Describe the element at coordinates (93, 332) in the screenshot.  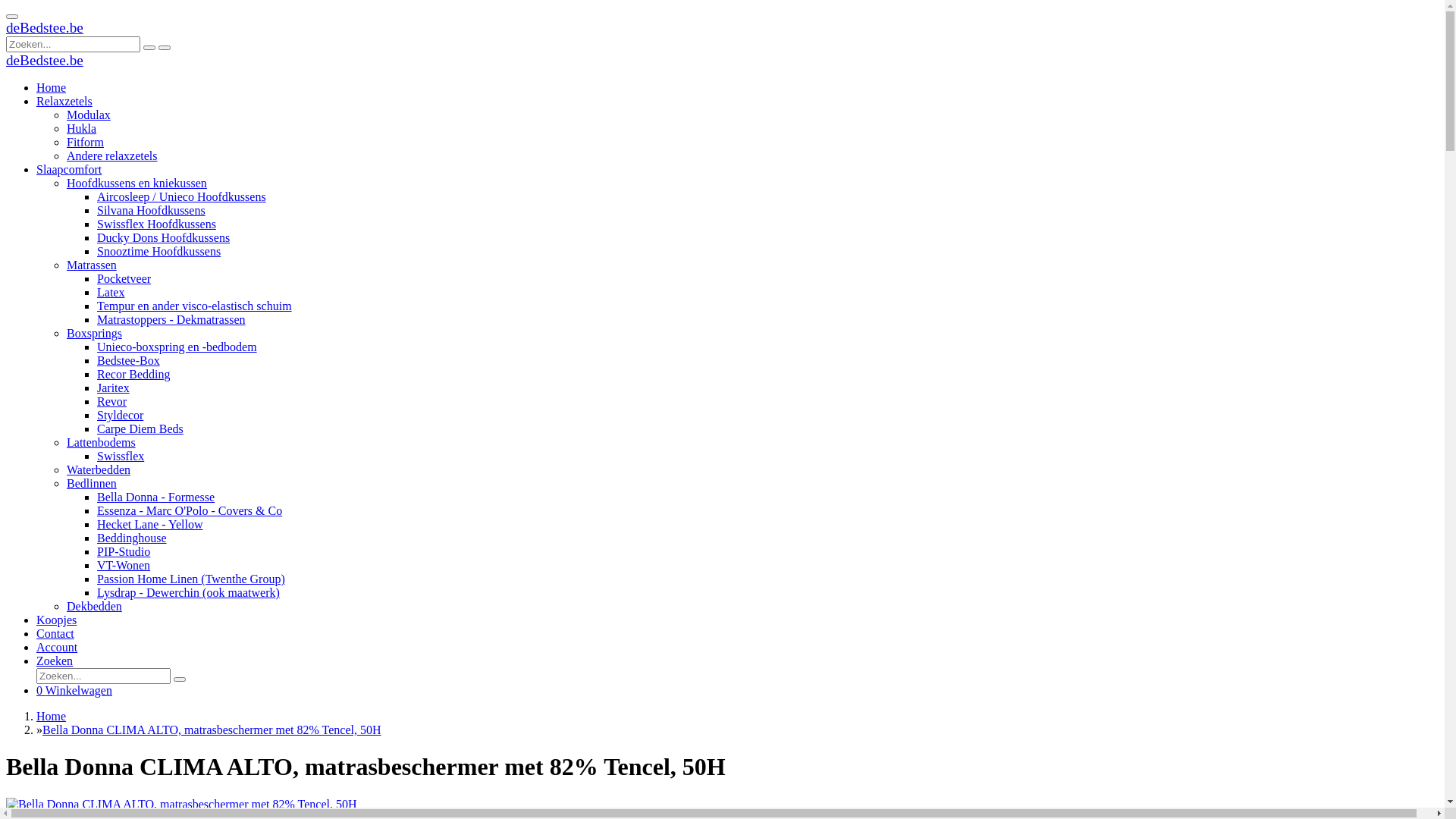
I see `'Boxsprings'` at that location.